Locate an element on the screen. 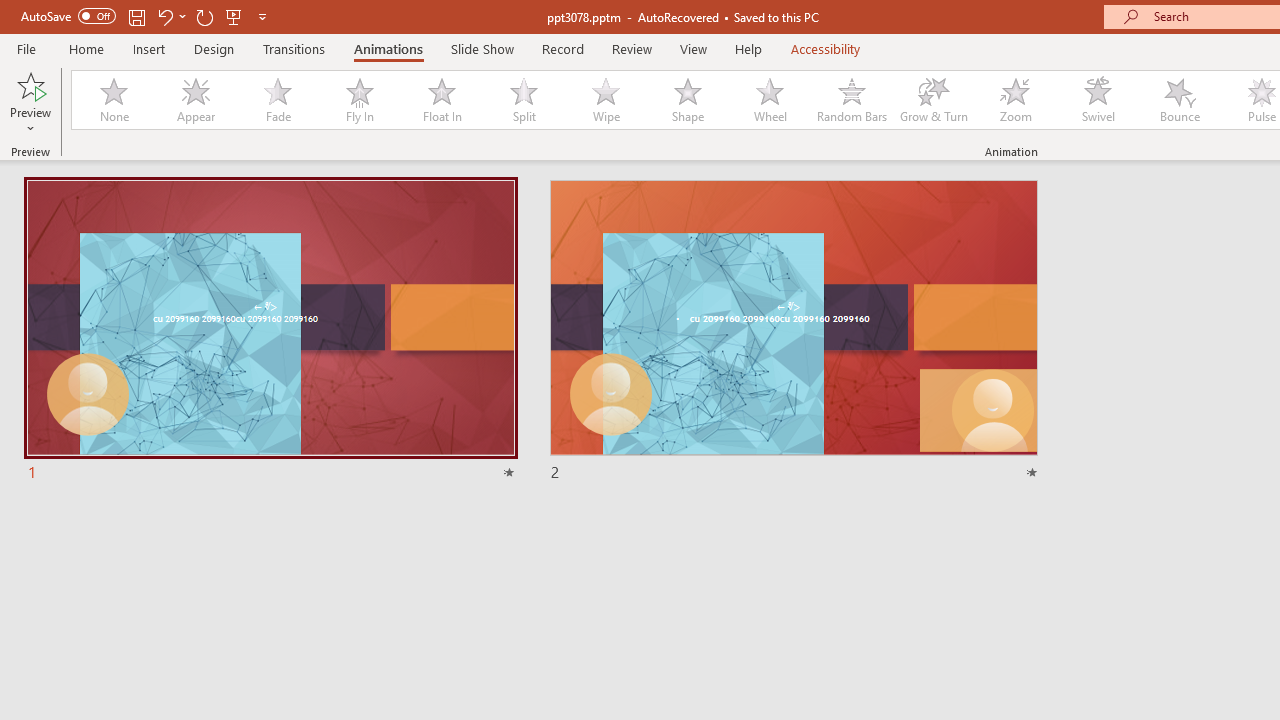 The image size is (1280, 720). 'Bounce' is located at coordinates (1180, 100).